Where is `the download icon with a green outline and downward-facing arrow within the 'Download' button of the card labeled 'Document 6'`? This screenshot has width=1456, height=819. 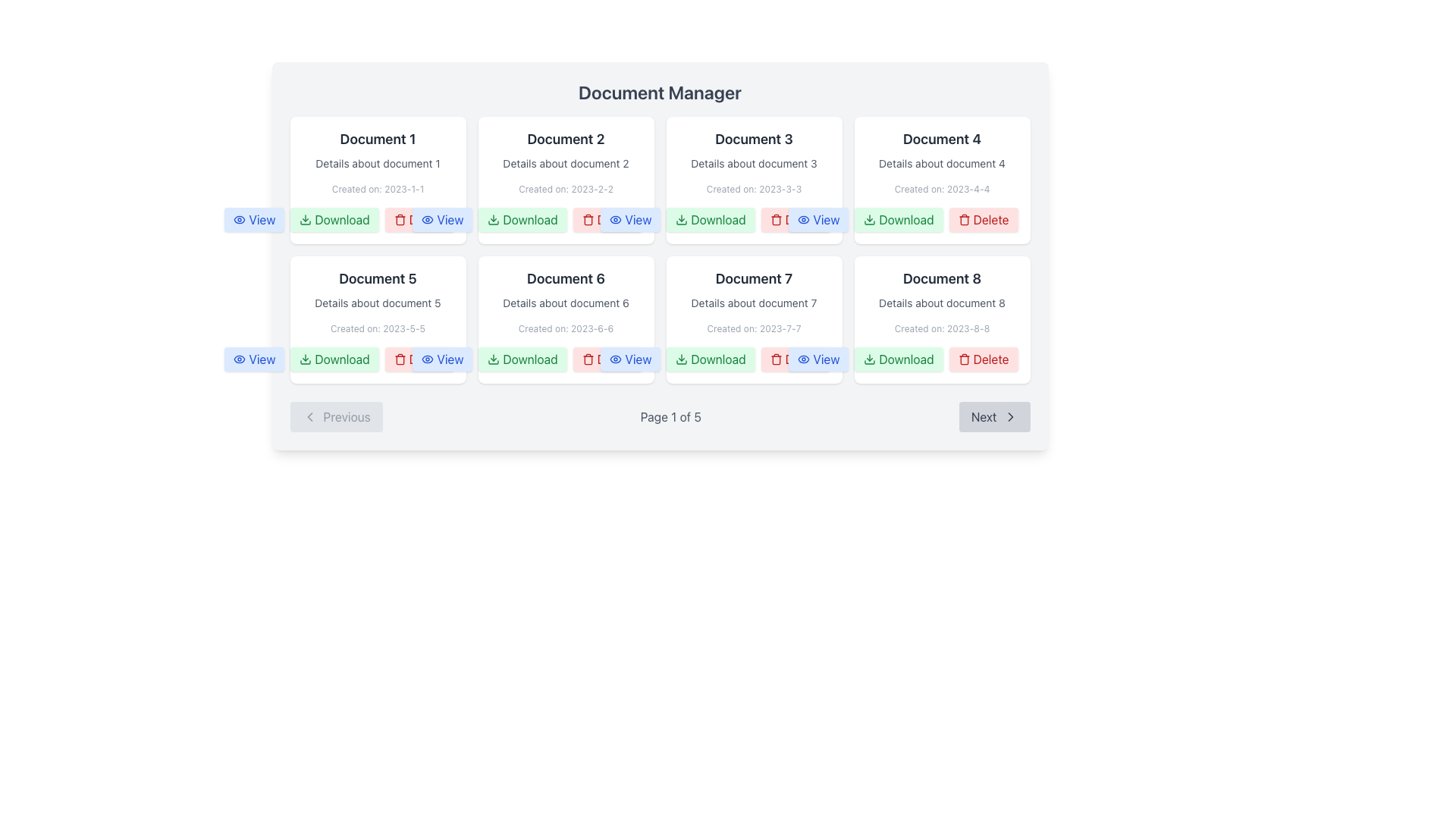 the download icon with a green outline and downward-facing arrow within the 'Download' button of the card labeled 'Document 6' is located at coordinates (494, 359).